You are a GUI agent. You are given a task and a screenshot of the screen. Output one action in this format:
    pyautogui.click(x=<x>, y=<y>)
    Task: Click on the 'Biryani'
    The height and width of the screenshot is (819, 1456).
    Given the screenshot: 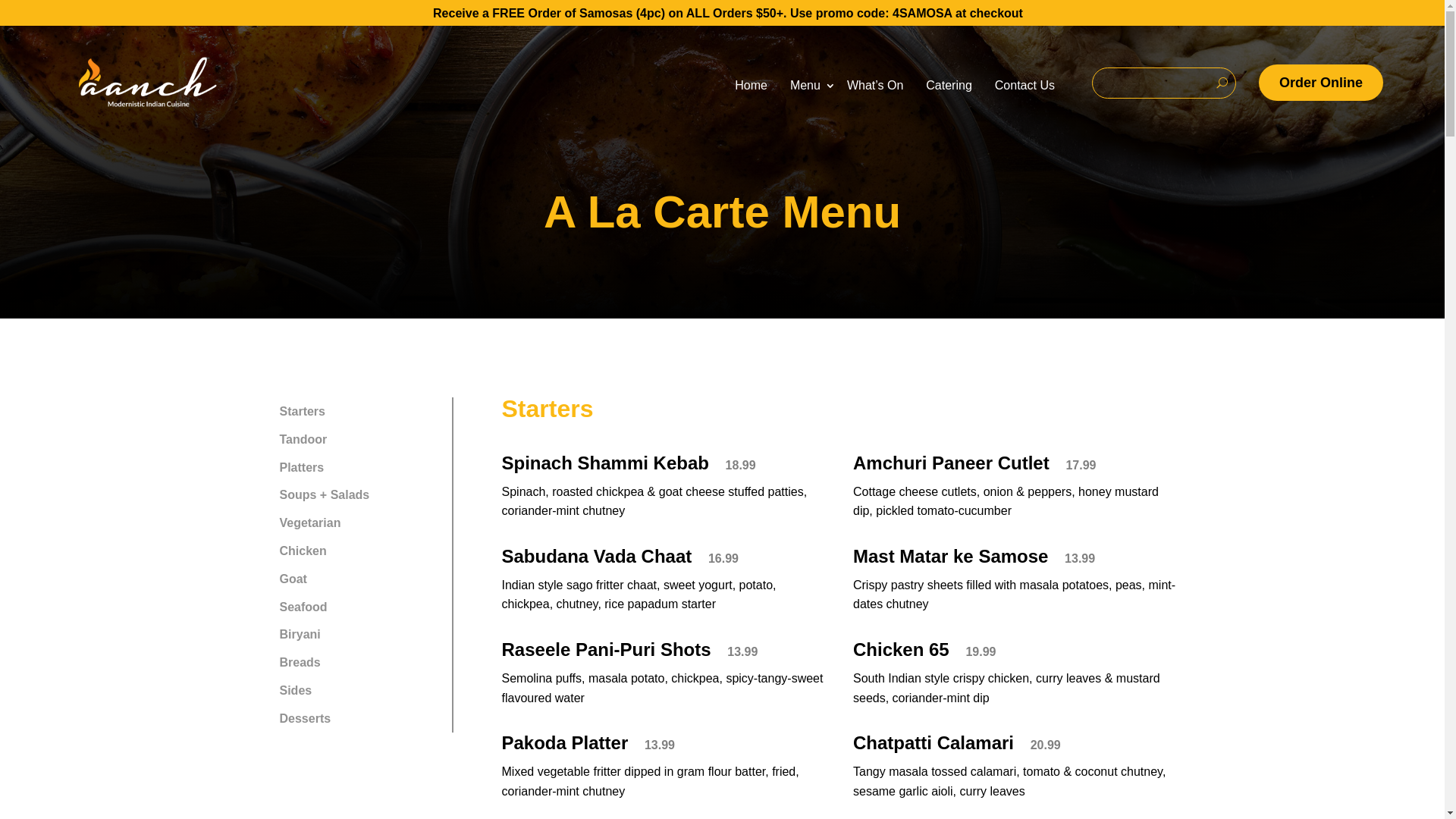 What is the action you would take?
    pyautogui.click(x=359, y=634)
    